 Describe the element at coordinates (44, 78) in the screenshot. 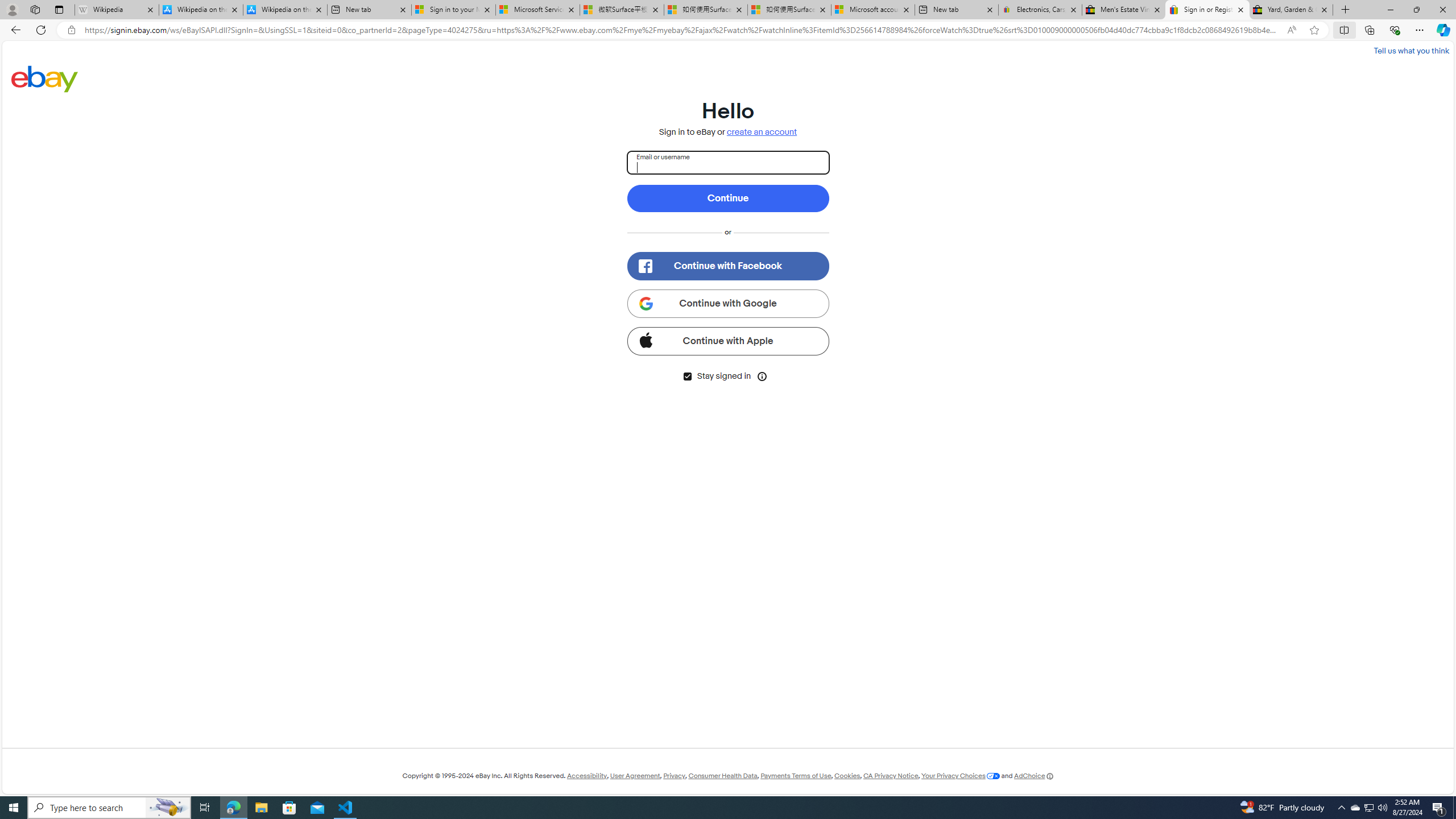

I see `'eBay Home'` at that location.